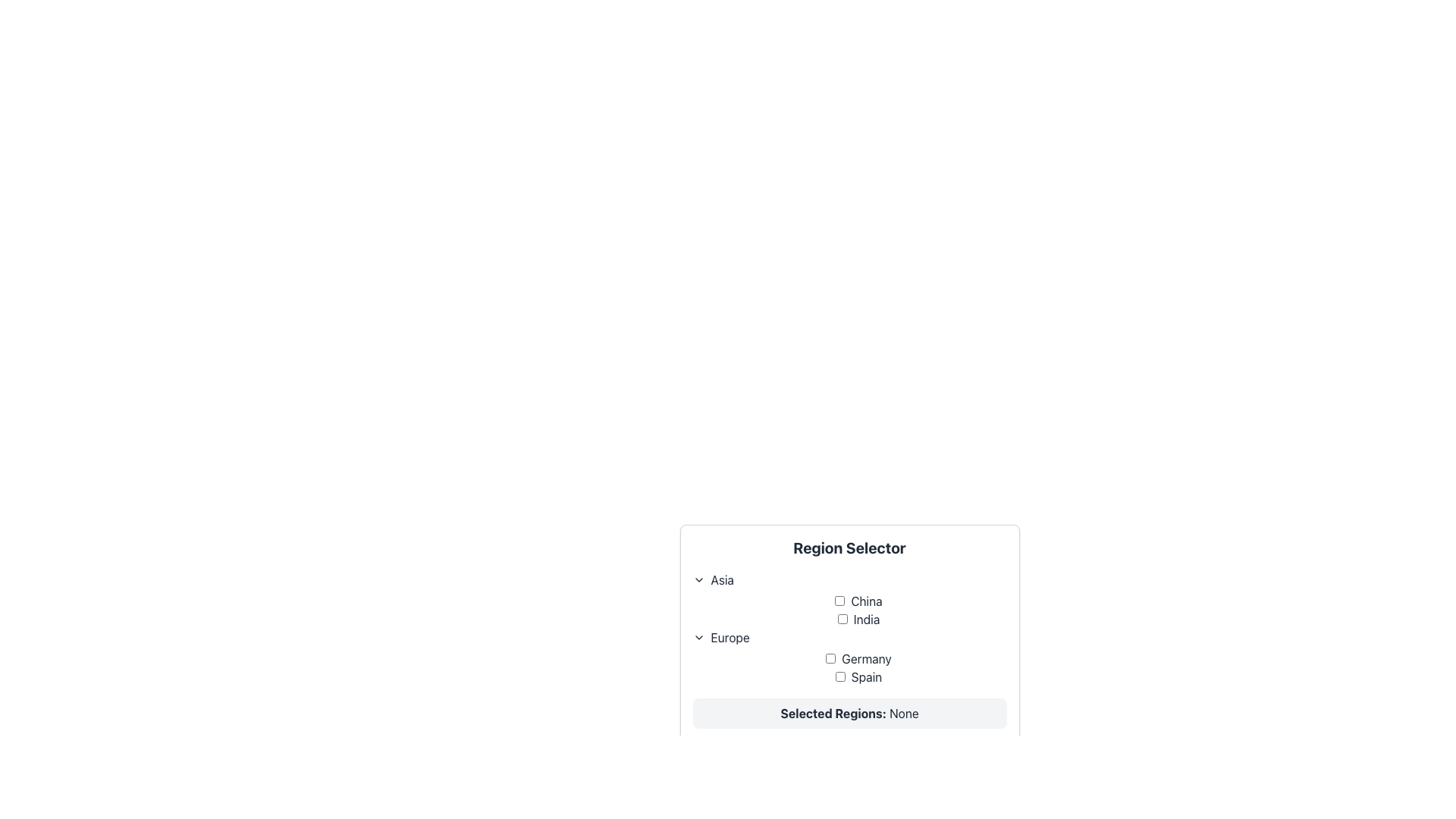 The width and height of the screenshot is (1456, 819). Describe the element at coordinates (858, 601) in the screenshot. I see `the checkbox associated with the 'China' label in the Asia region selection panel` at that location.